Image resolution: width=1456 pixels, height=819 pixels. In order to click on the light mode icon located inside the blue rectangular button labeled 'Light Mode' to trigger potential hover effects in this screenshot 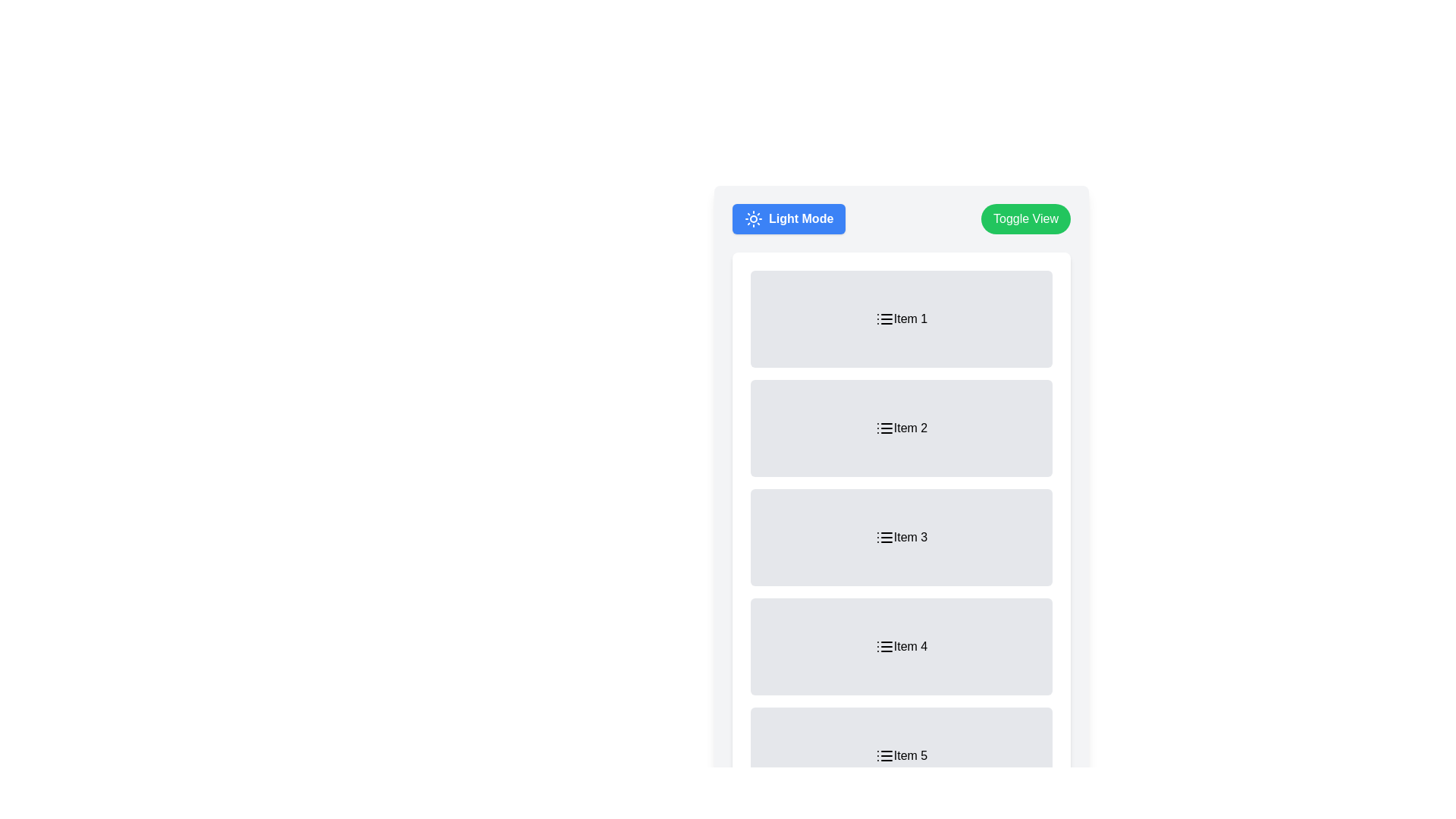, I will do `click(753, 219)`.